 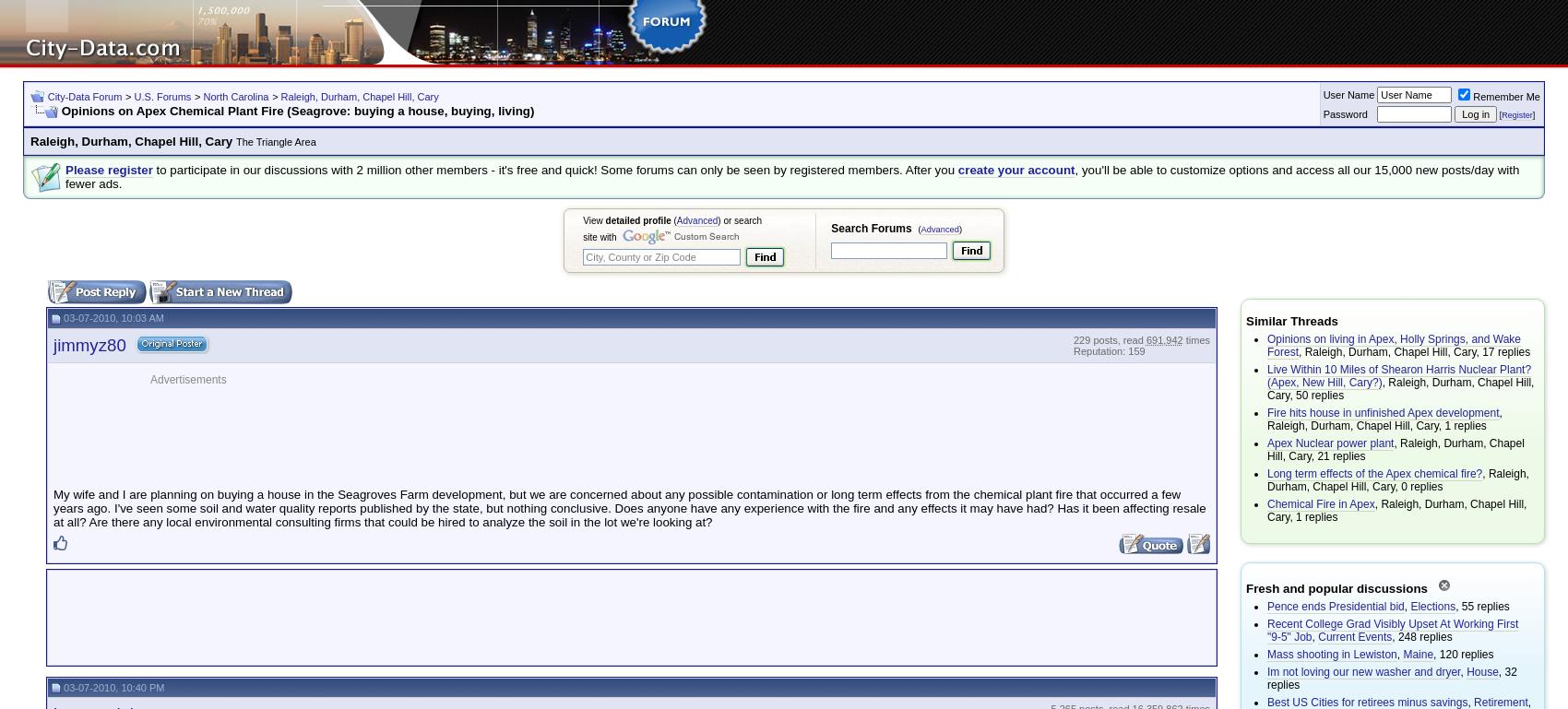 What do you see at coordinates (1505, 96) in the screenshot?
I see `'Remember Me'` at bounding box center [1505, 96].